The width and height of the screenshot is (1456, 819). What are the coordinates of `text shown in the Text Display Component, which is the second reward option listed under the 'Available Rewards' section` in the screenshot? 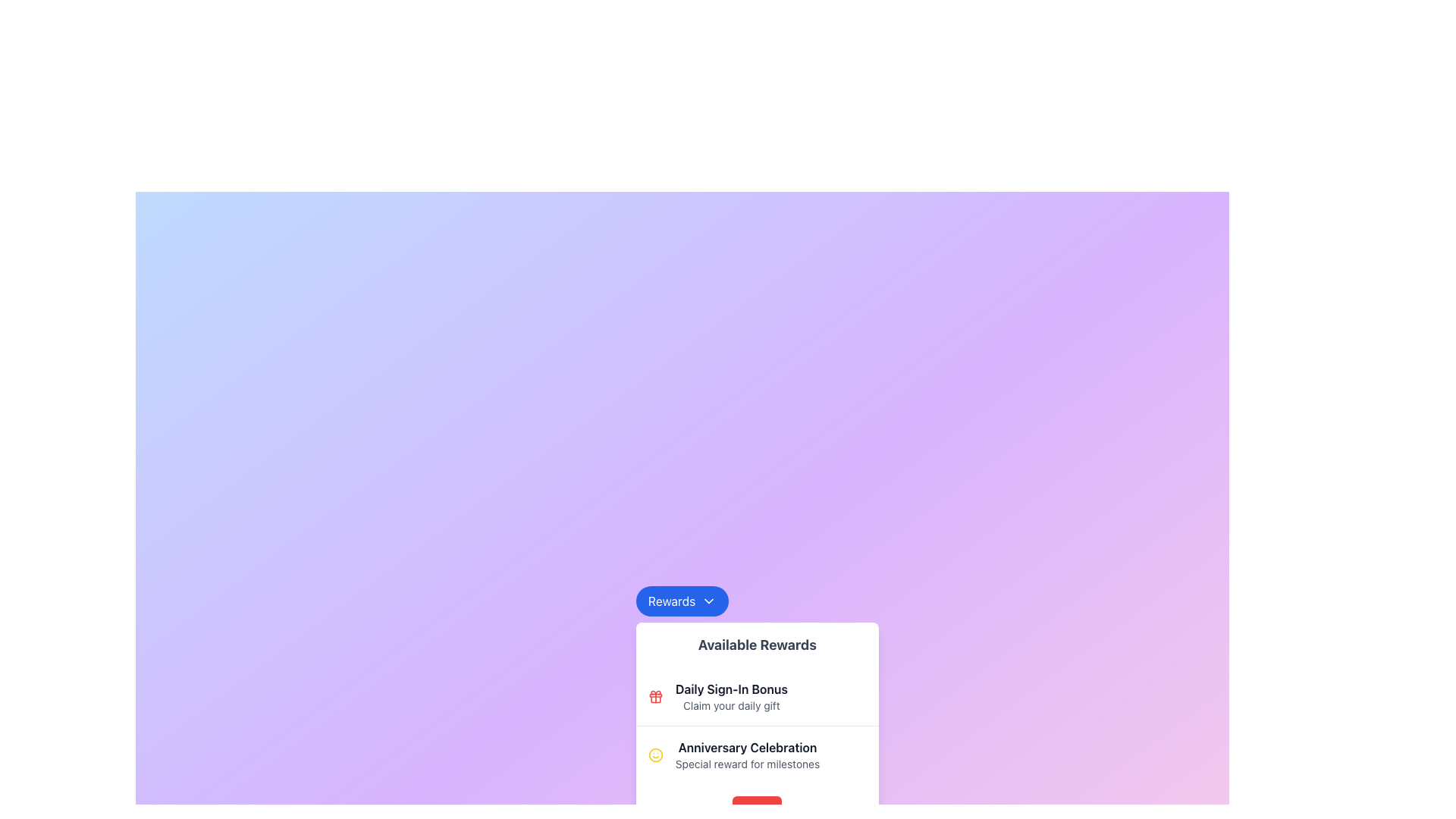 It's located at (748, 755).